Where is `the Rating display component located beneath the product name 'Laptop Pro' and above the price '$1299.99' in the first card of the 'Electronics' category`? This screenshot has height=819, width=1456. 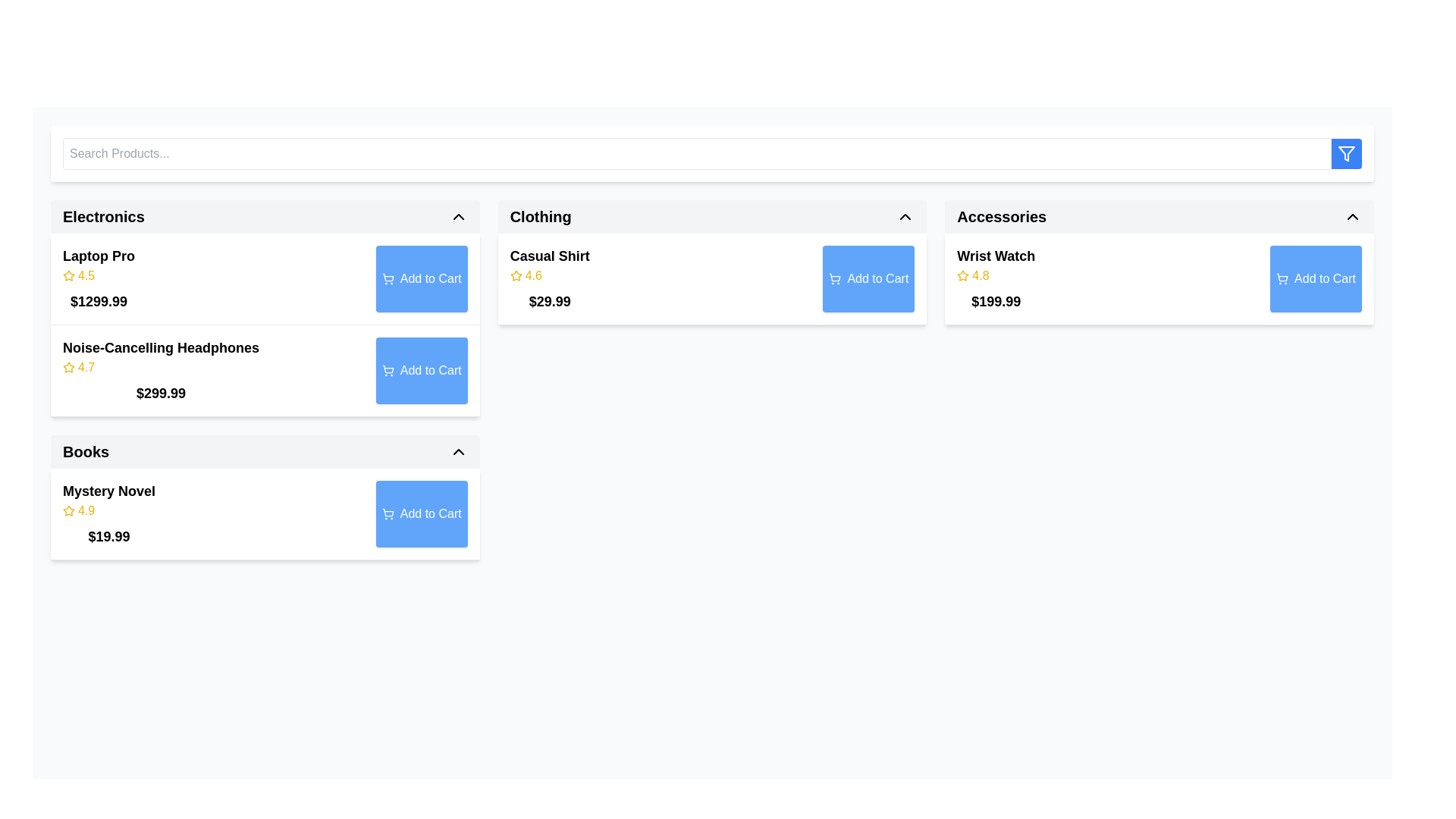 the Rating display component located beneath the product name 'Laptop Pro' and above the price '$1299.99' in the first card of the 'Electronics' category is located at coordinates (98, 275).